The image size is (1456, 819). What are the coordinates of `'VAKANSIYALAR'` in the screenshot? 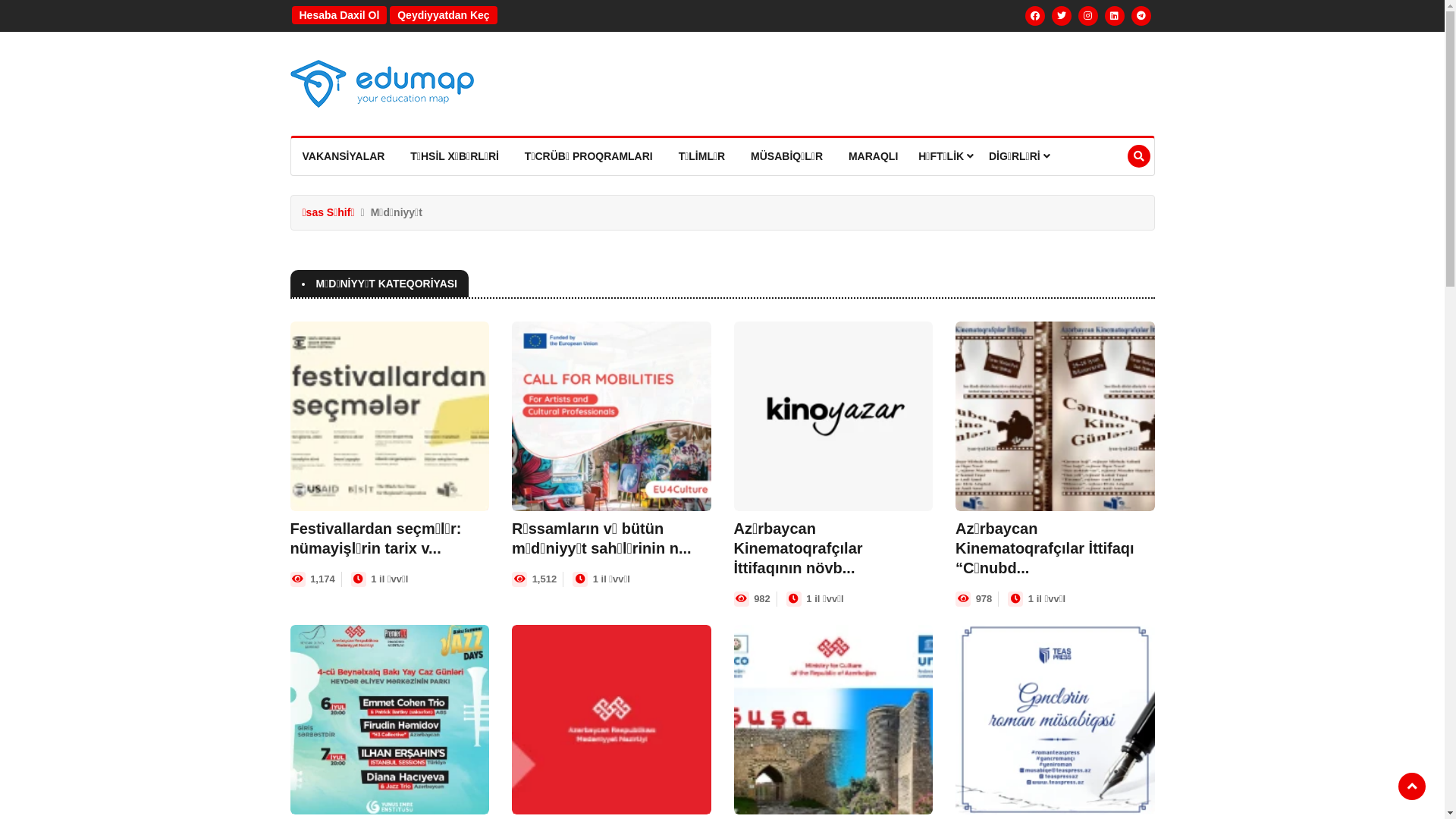 It's located at (343, 156).